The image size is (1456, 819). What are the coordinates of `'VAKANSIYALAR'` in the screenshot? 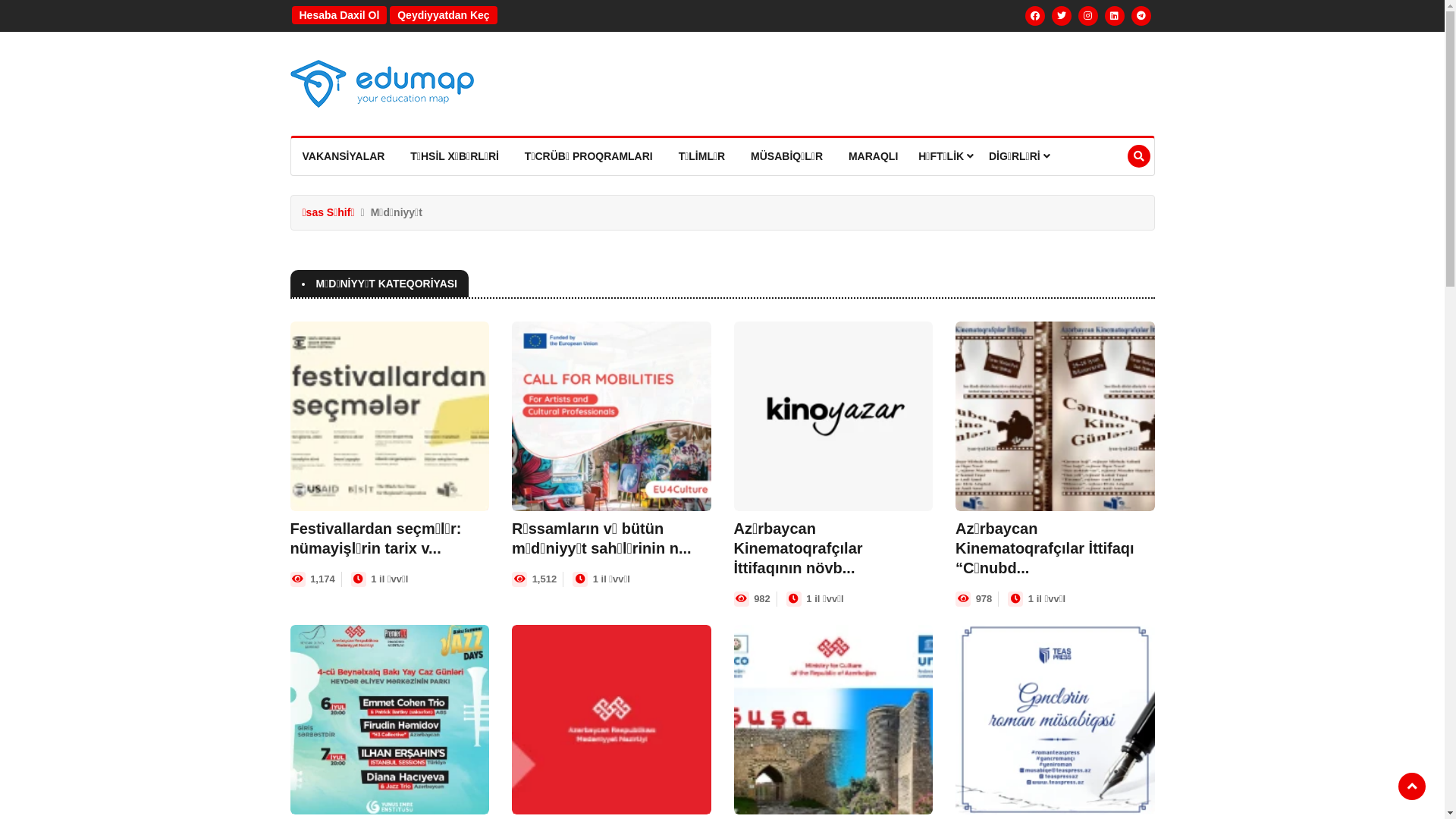 It's located at (343, 156).